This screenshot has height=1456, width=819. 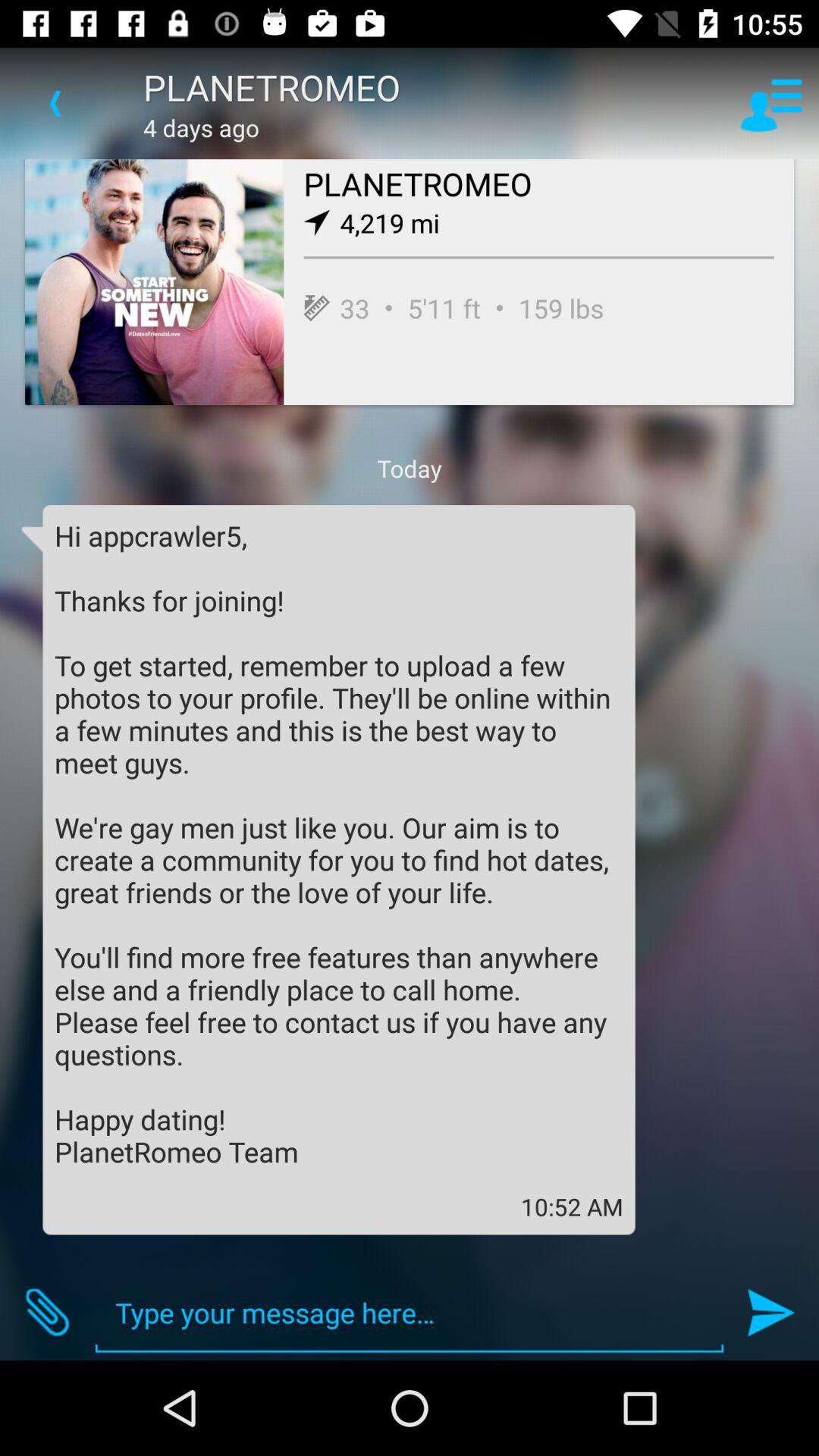 I want to click on item at the bottom left corner, so click(x=46, y=1312).